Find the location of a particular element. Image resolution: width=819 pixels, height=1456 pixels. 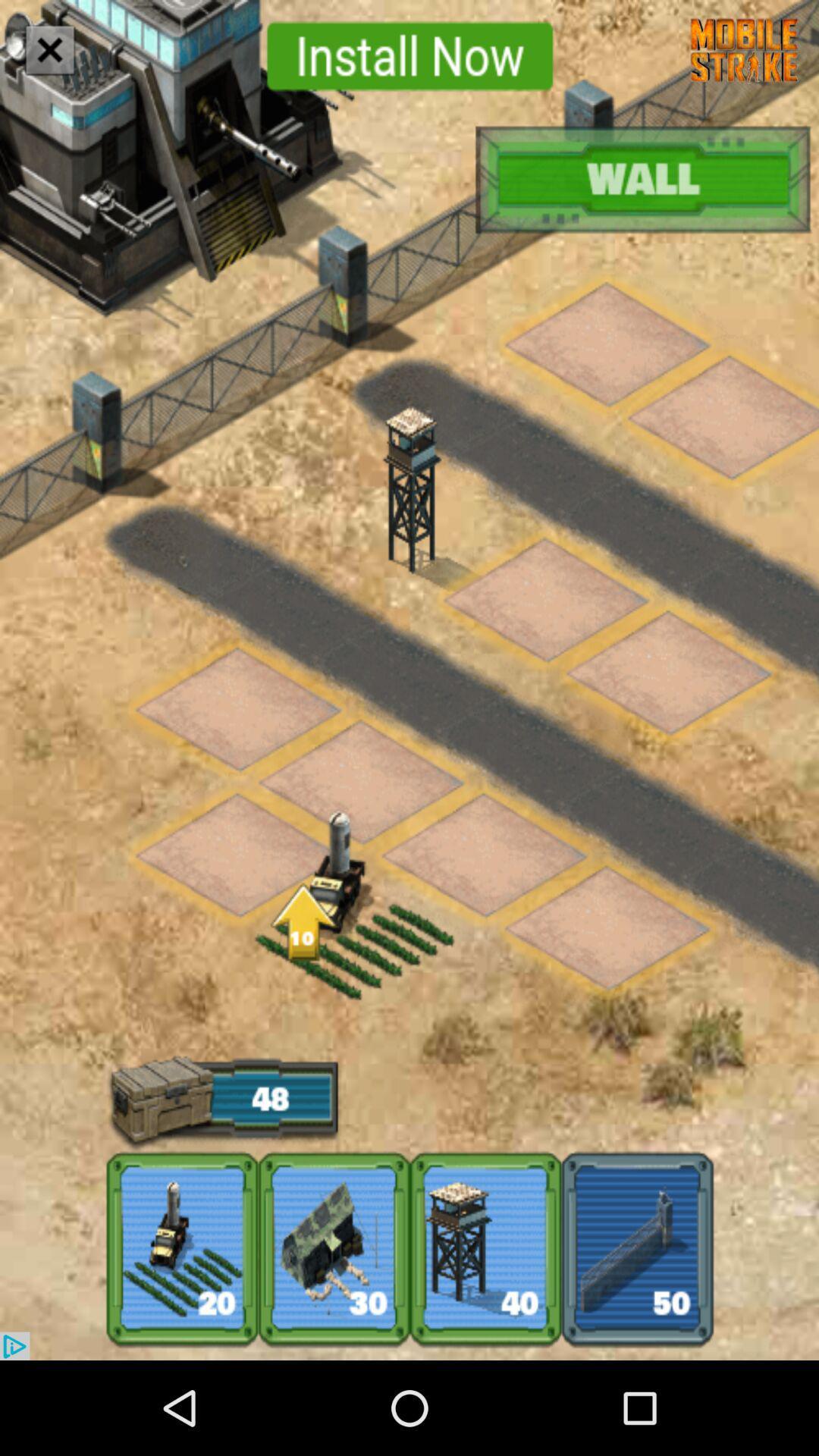

the close icon is located at coordinates (49, 53).